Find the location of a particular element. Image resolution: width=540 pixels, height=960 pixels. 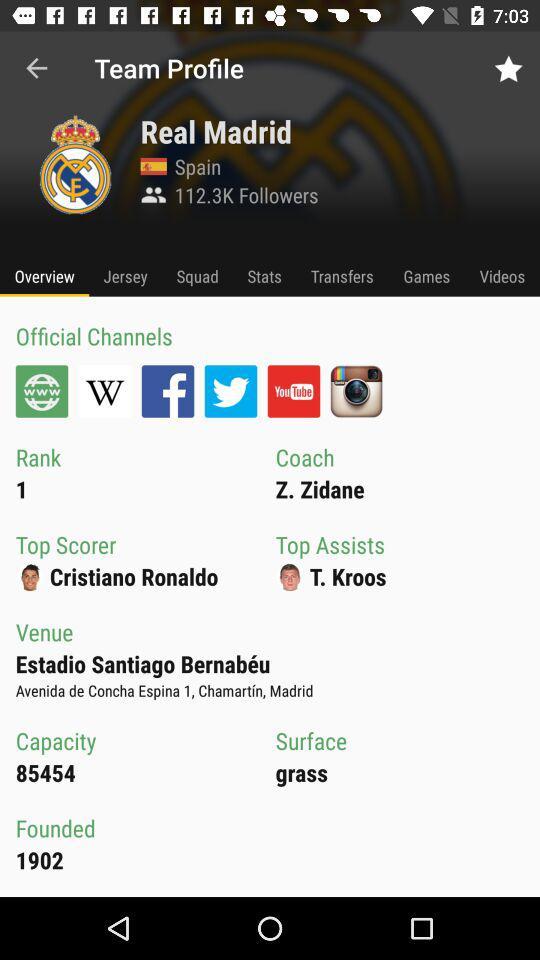

the globe icon is located at coordinates (42, 390).